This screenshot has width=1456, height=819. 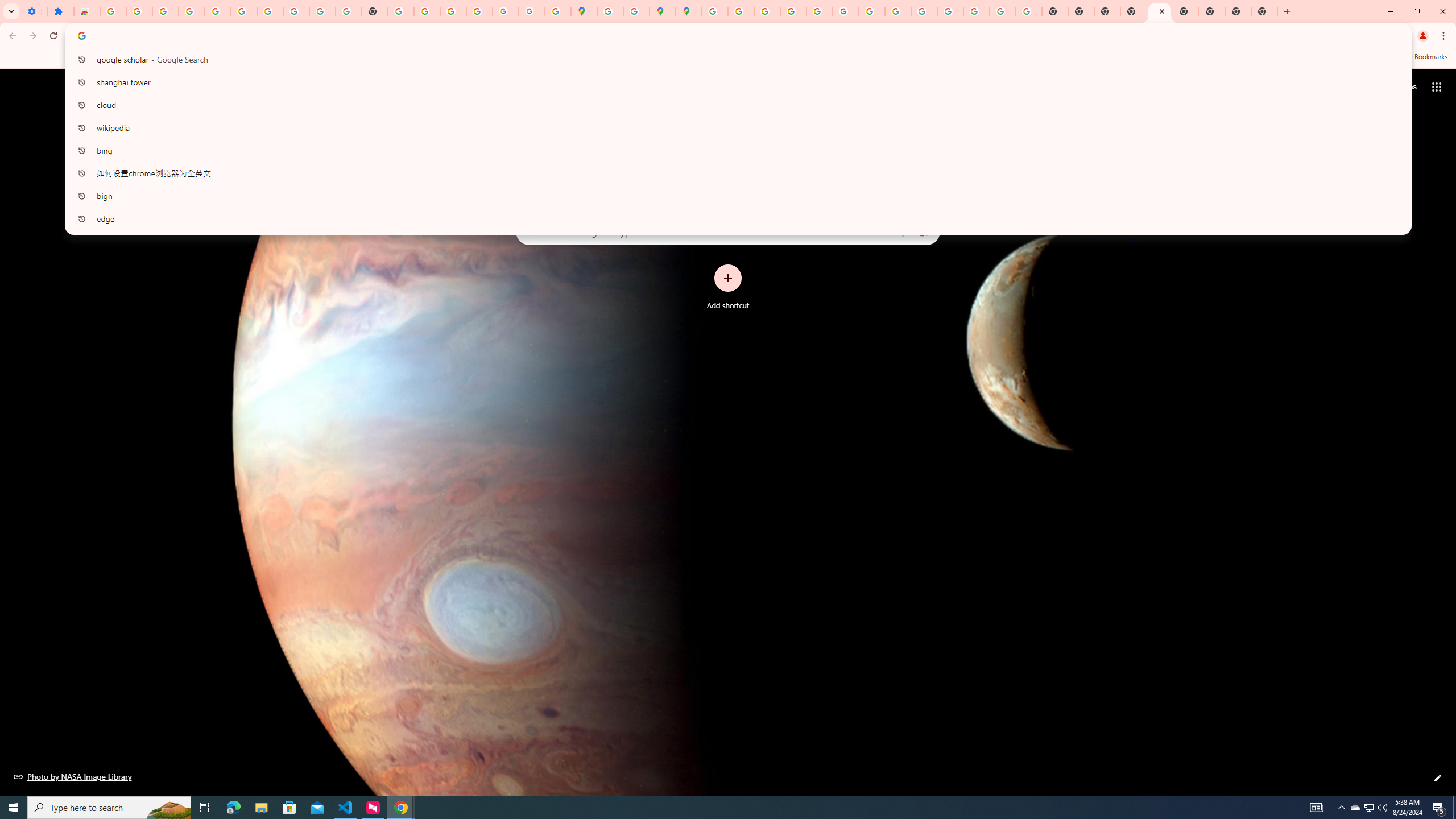 What do you see at coordinates (766, 11) in the screenshot?
I see `'Privacy Help Center - Policies Help'` at bounding box center [766, 11].